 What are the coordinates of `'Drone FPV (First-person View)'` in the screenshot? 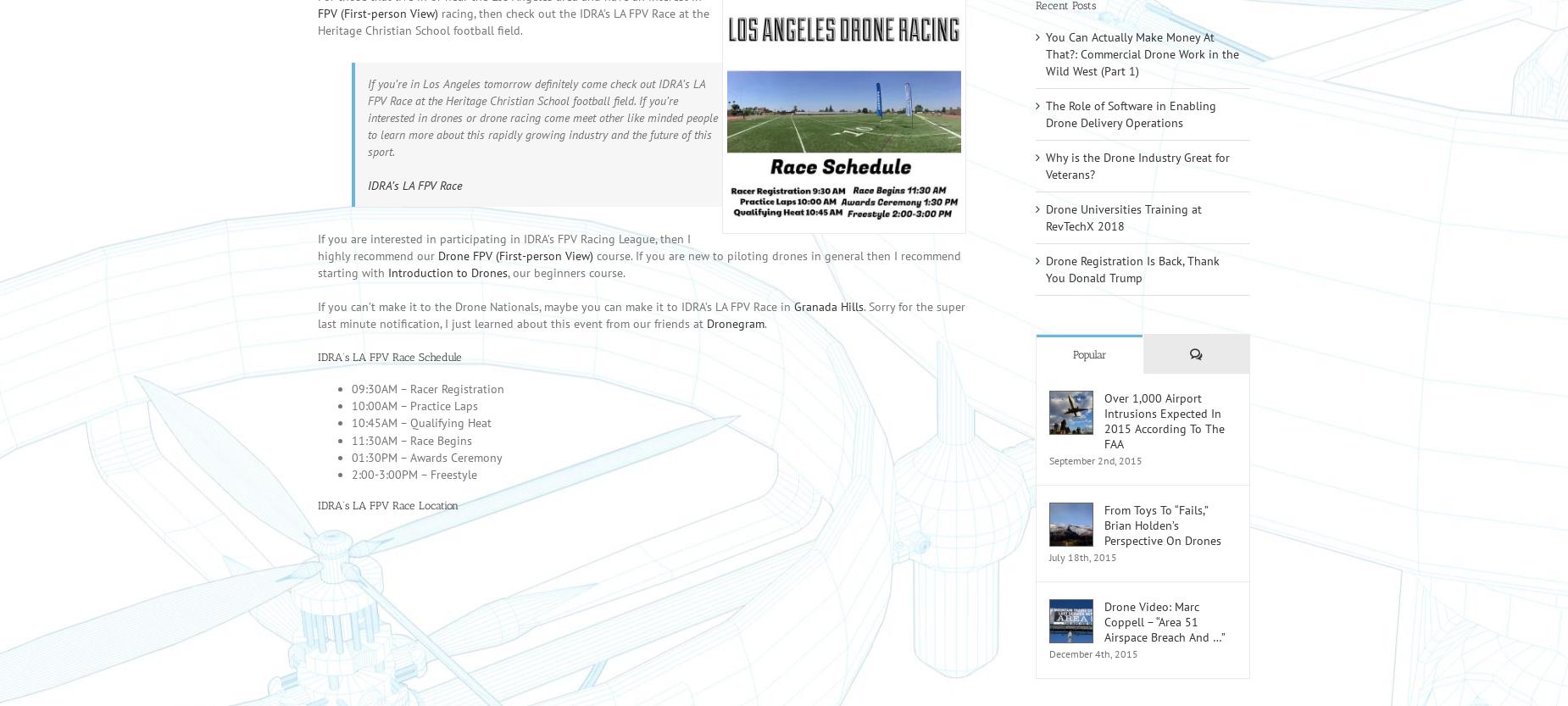 It's located at (515, 278).